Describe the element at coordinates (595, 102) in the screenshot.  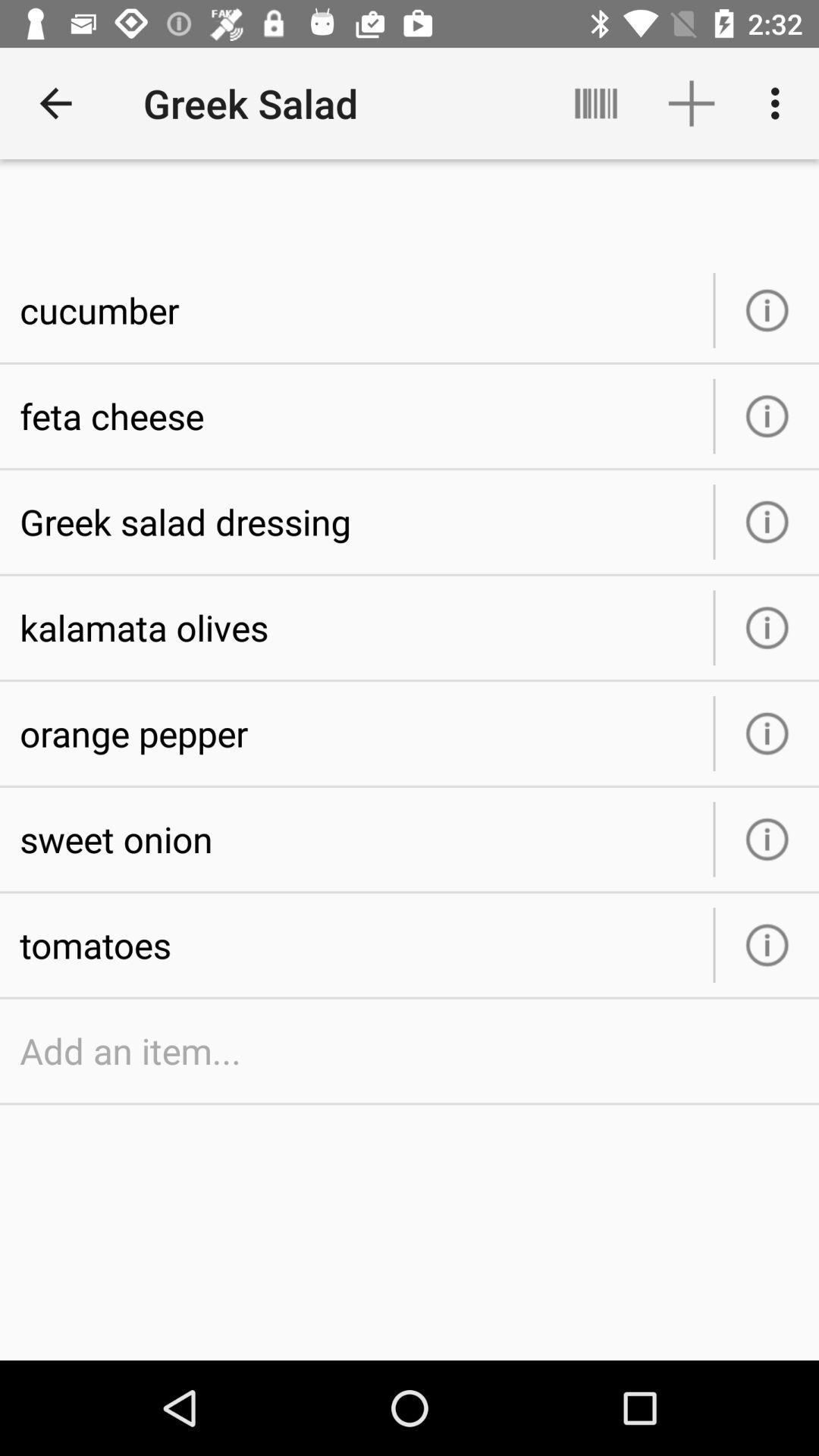
I see `item to the right of the greek salad icon` at that location.